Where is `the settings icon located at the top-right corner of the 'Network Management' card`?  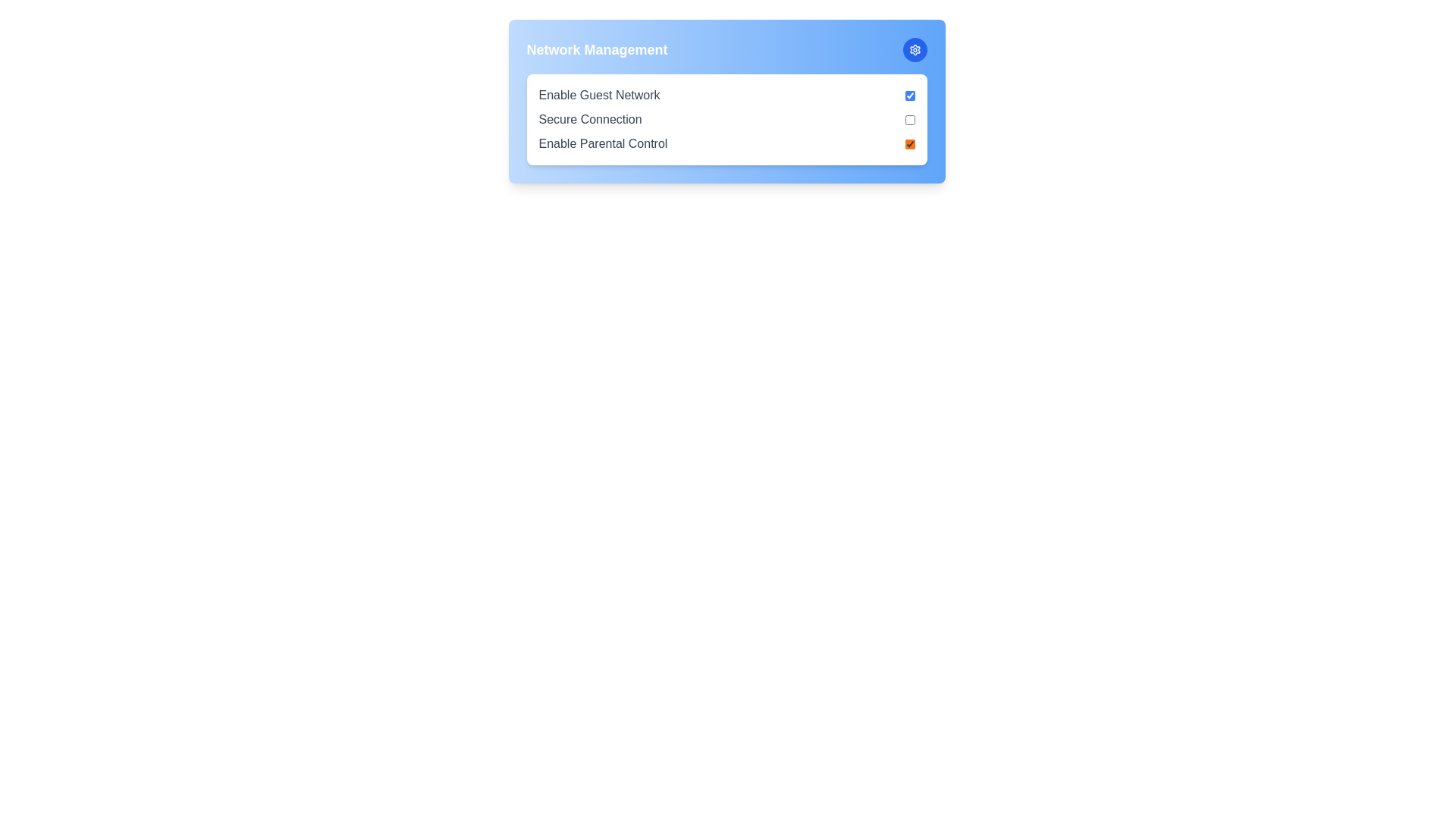 the settings icon located at the top-right corner of the 'Network Management' card is located at coordinates (914, 49).